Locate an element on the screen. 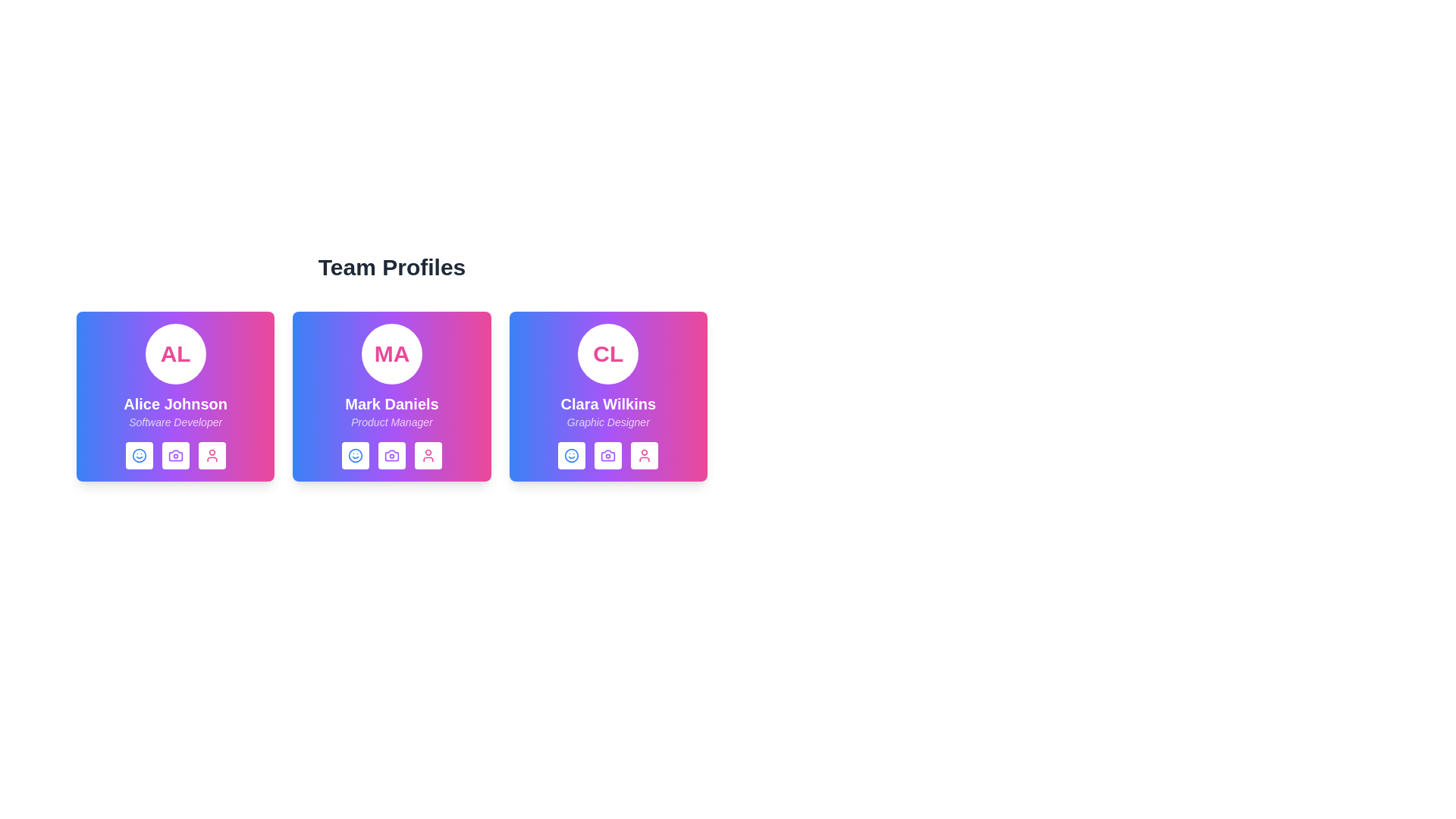  the camera icon button located at the center of the button section in the profile card for 'Clara Wilkins' is located at coordinates (608, 455).